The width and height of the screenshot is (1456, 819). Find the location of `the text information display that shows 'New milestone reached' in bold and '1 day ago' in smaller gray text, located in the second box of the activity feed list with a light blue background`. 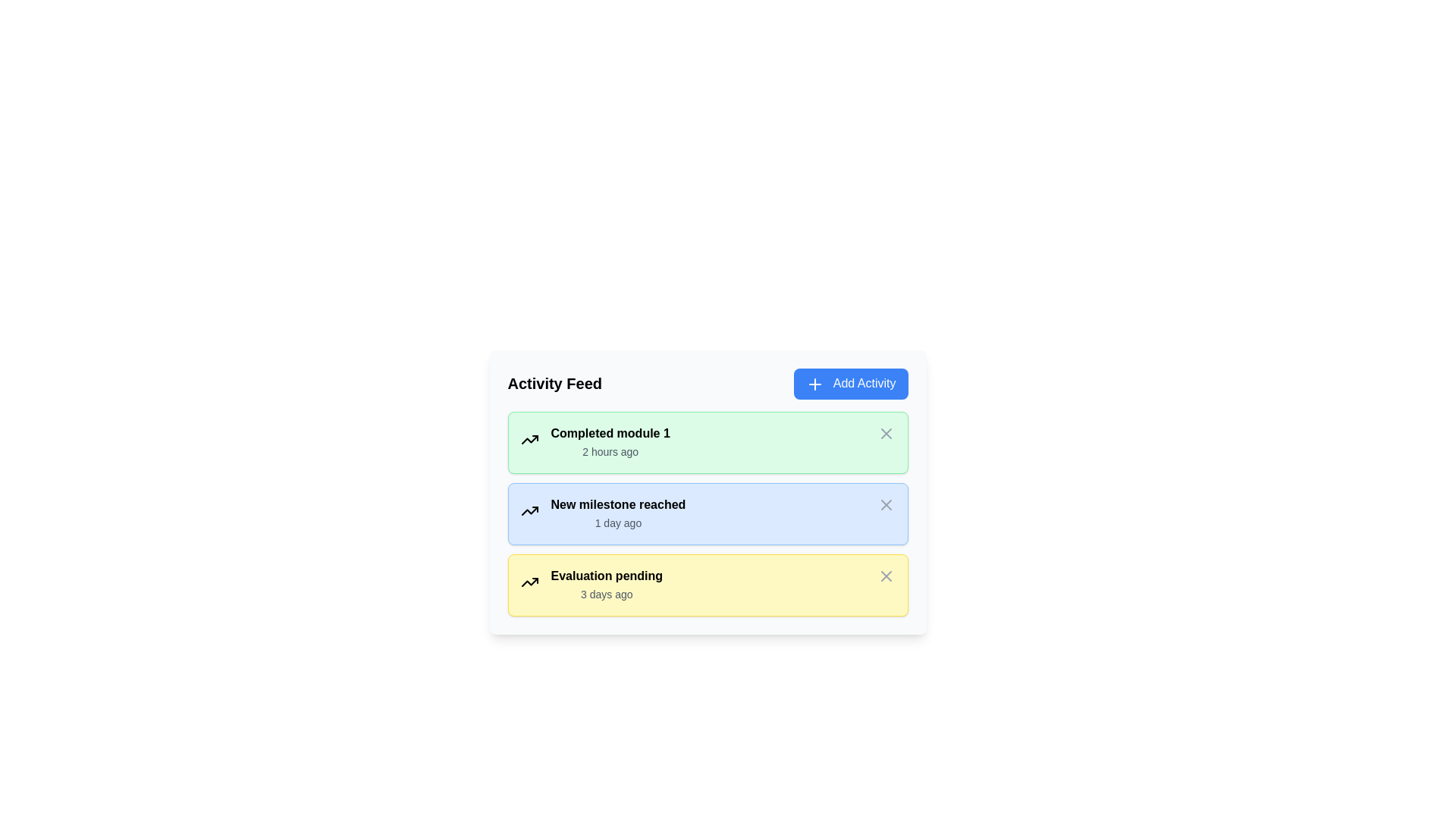

the text information display that shows 'New milestone reached' in bold and '1 day ago' in smaller gray text, located in the second box of the activity feed list with a light blue background is located at coordinates (618, 513).